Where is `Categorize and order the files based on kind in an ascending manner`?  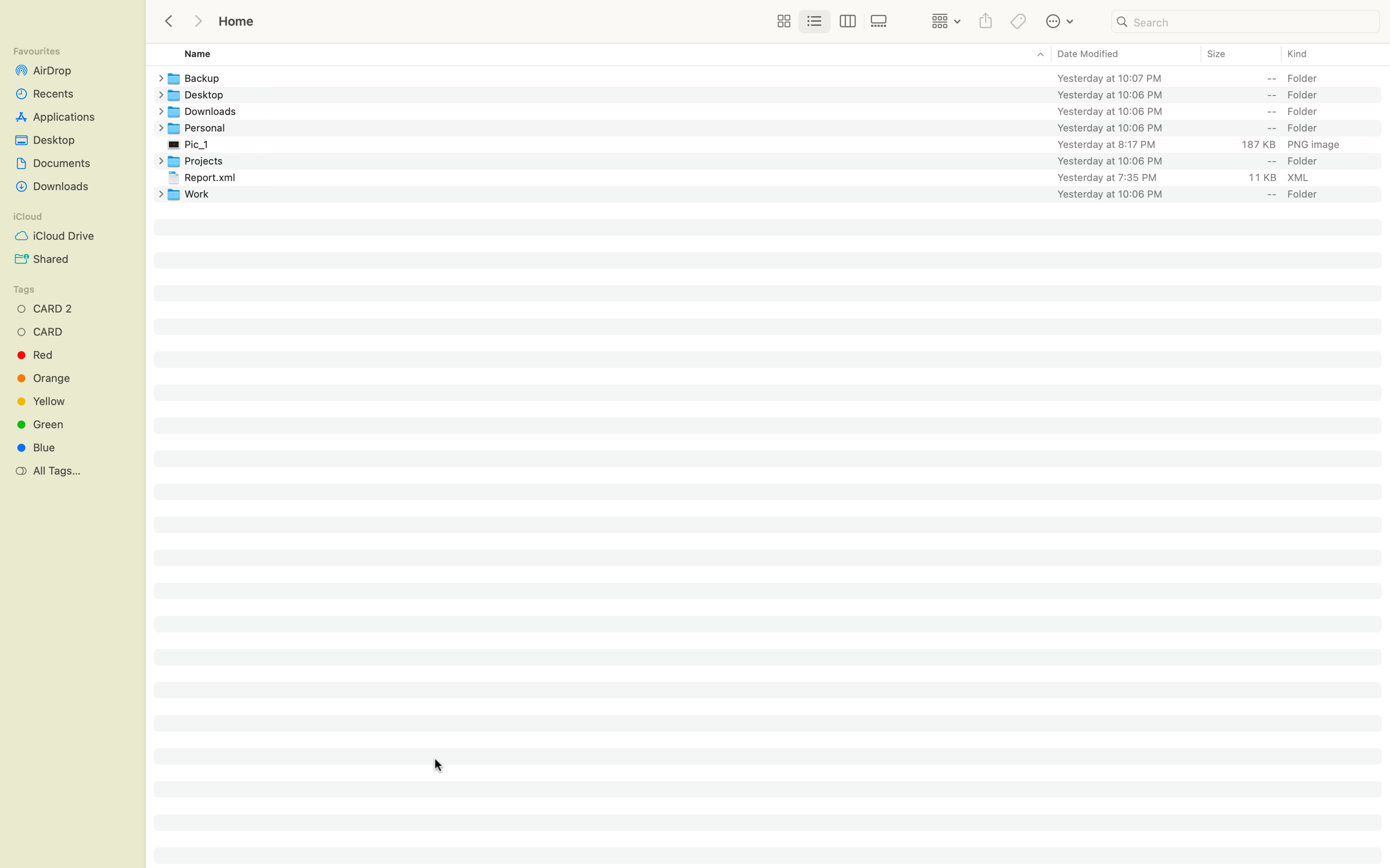
Categorize and order the files based on kind in an ascending manner is located at coordinates (1329, 54).